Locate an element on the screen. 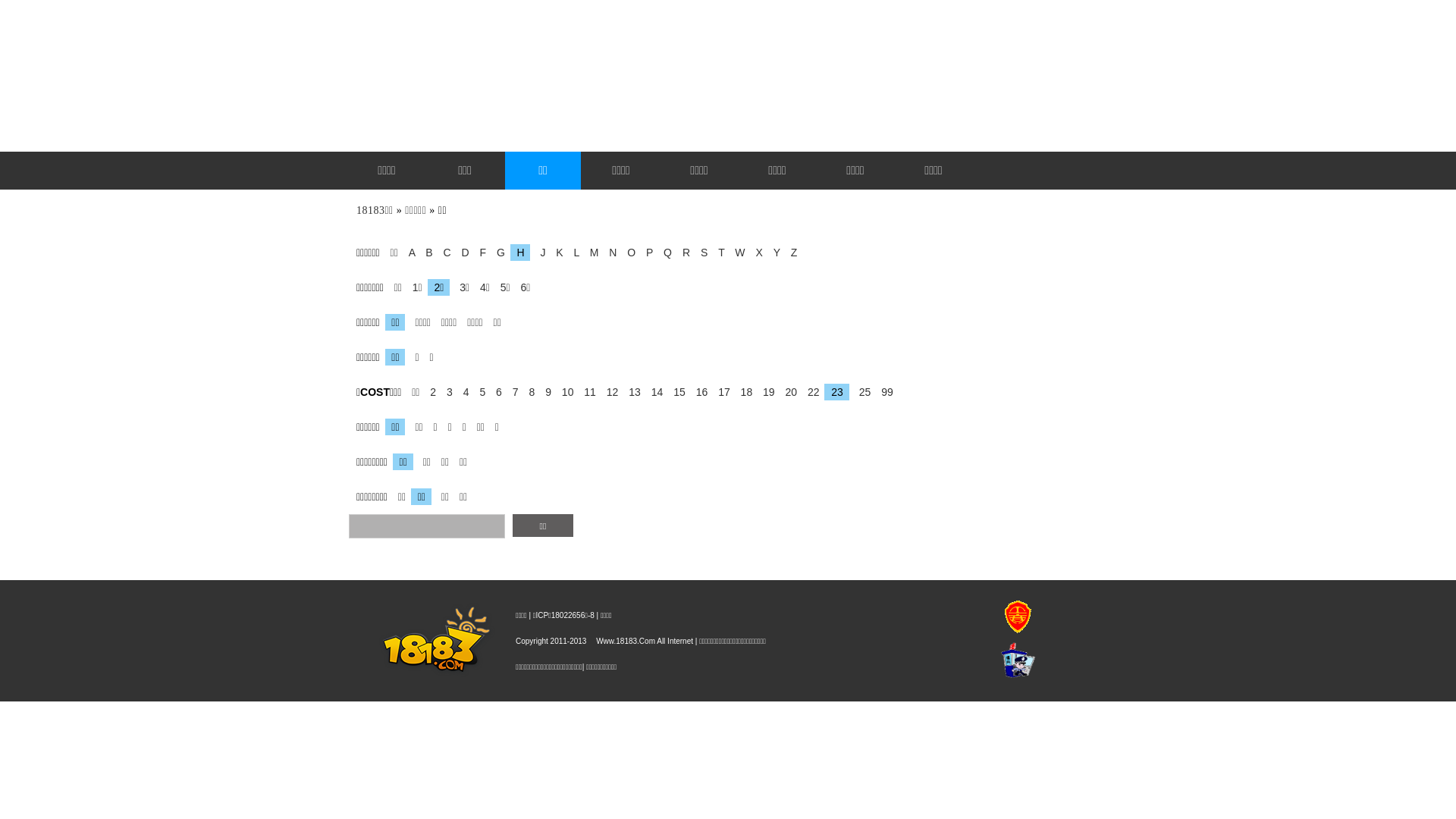 This screenshot has width=1456, height=819. 'Y' is located at coordinates (773, 251).